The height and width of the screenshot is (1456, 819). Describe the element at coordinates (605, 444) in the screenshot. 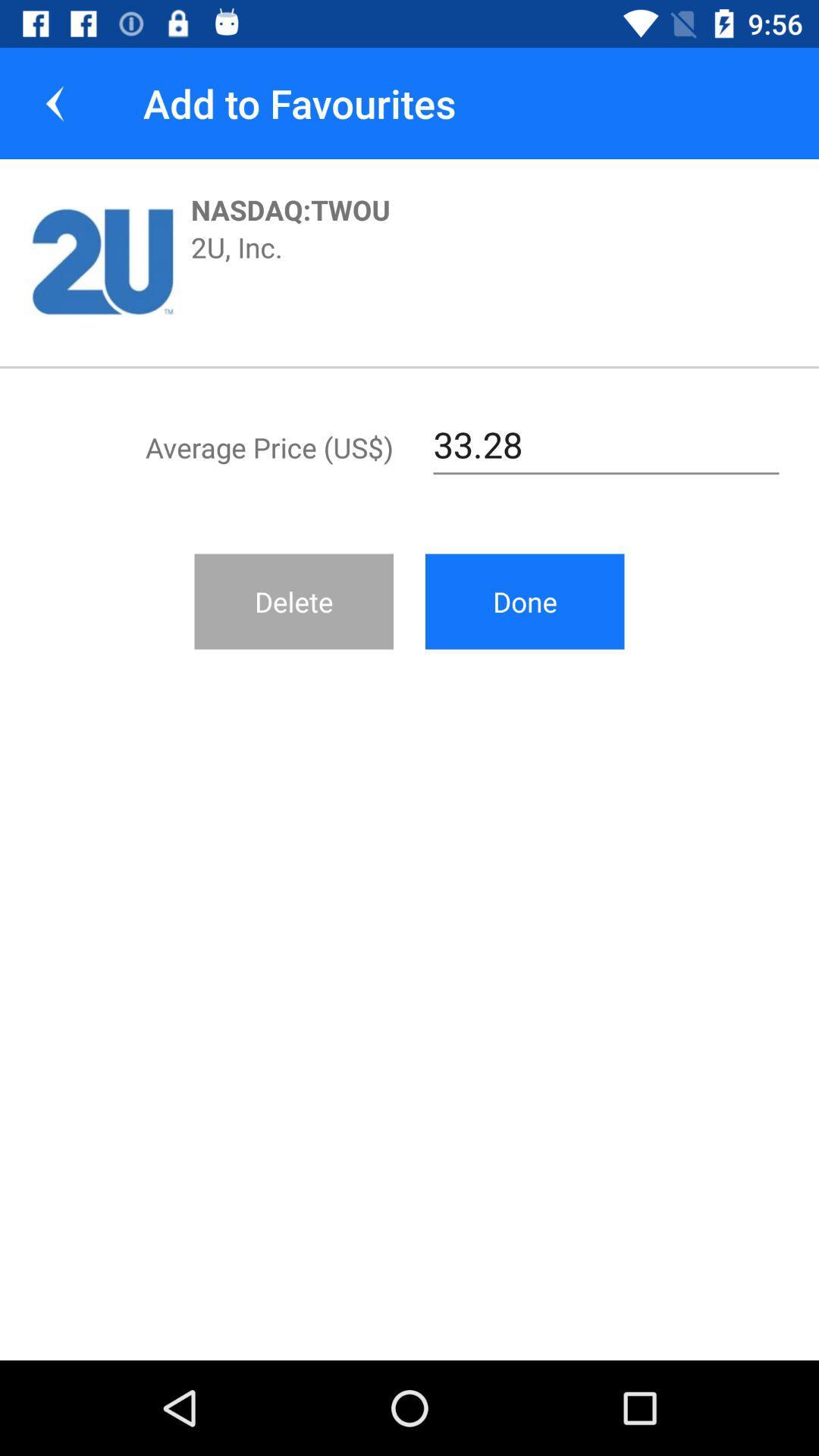

I see `the icon to the right of the average price (us$) item` at that location.